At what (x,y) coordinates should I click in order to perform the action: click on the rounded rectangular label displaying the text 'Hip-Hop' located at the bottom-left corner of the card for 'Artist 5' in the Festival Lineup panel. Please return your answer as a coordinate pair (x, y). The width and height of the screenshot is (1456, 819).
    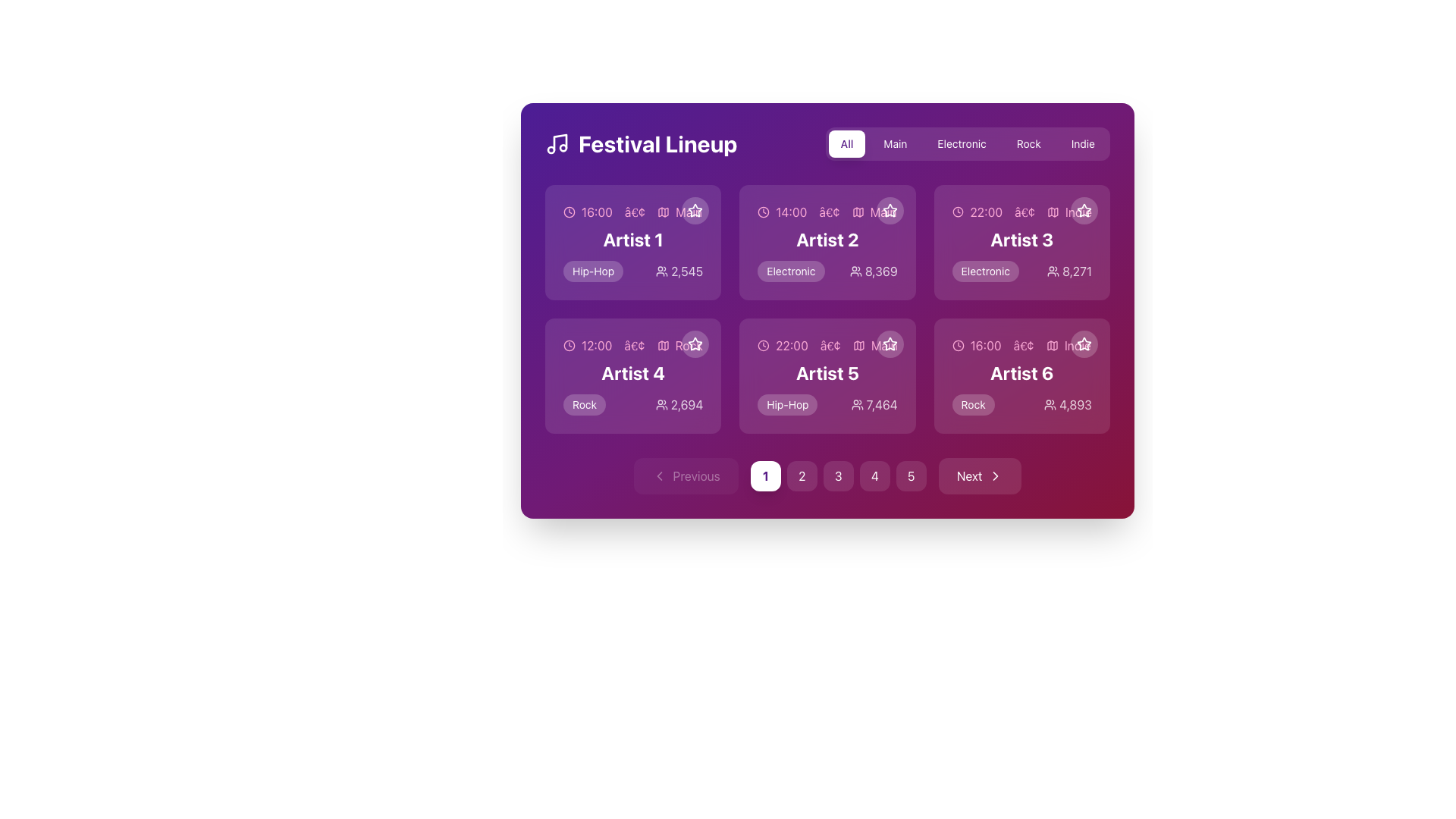
    Looking at the image, I should click on (787, 403).